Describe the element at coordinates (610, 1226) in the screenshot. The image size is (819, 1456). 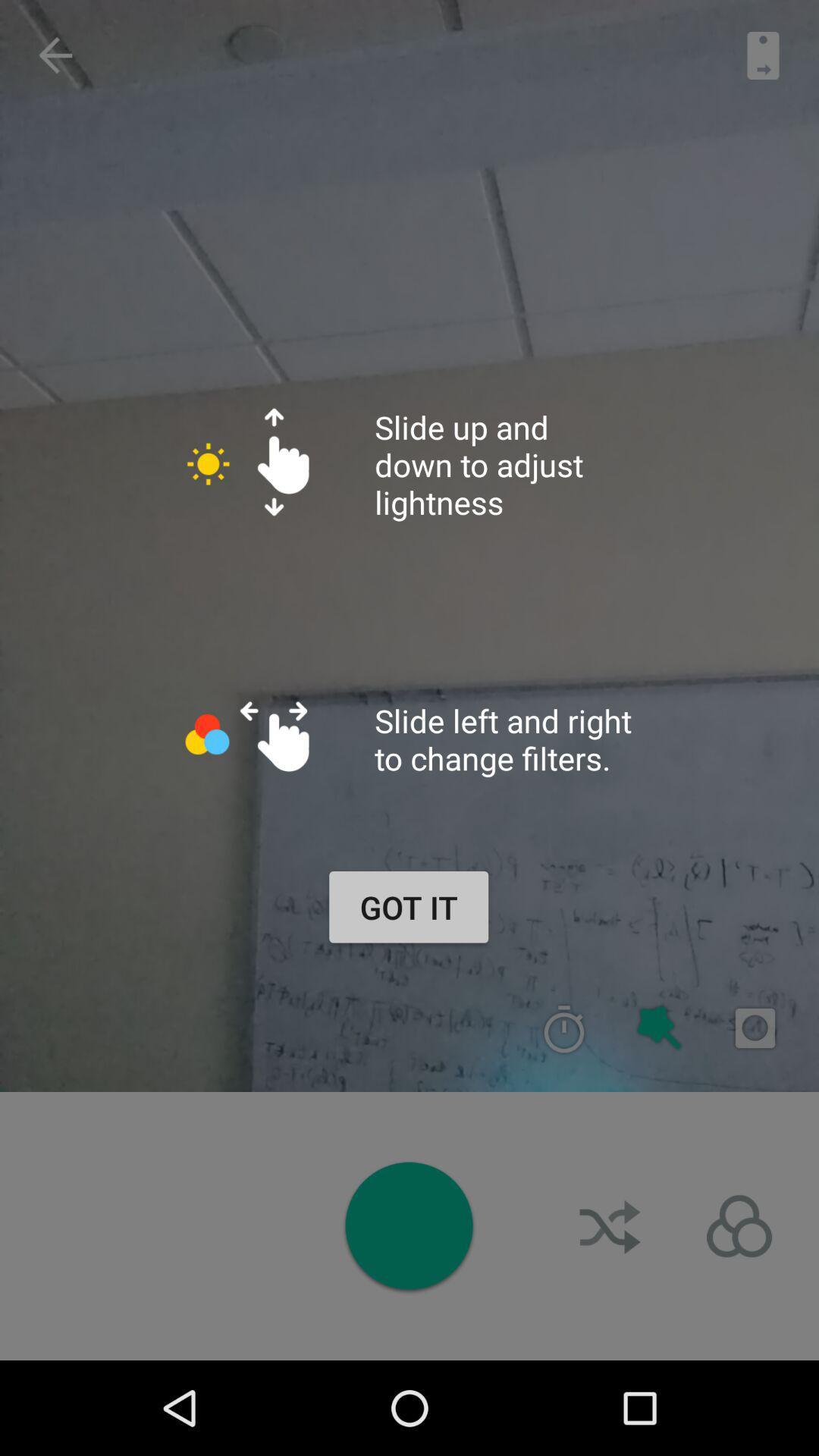
I see `shuffle option` at that location.